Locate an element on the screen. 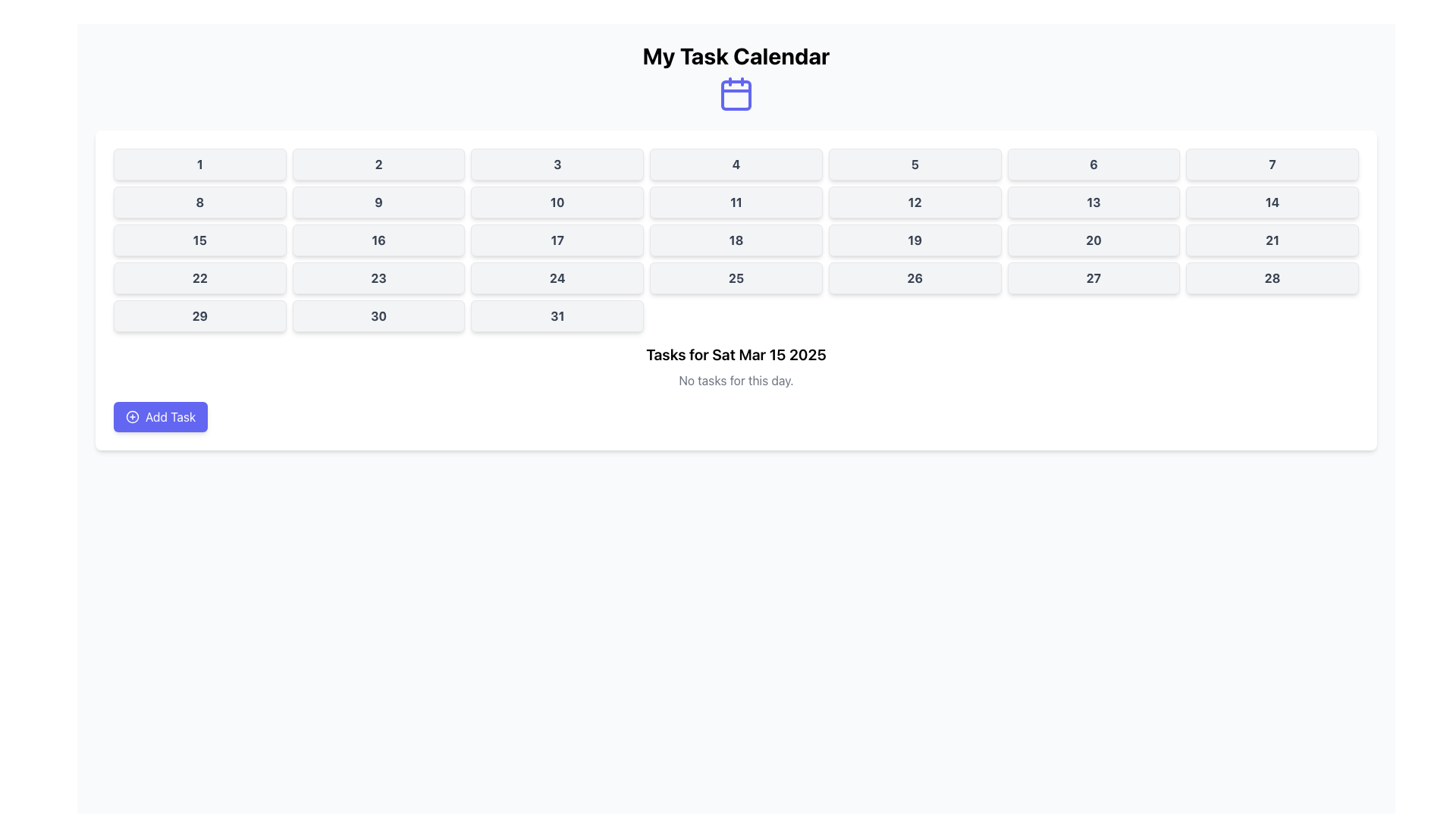  the button labeled '17' in the calendar grid is located at coordinates (557, 239).